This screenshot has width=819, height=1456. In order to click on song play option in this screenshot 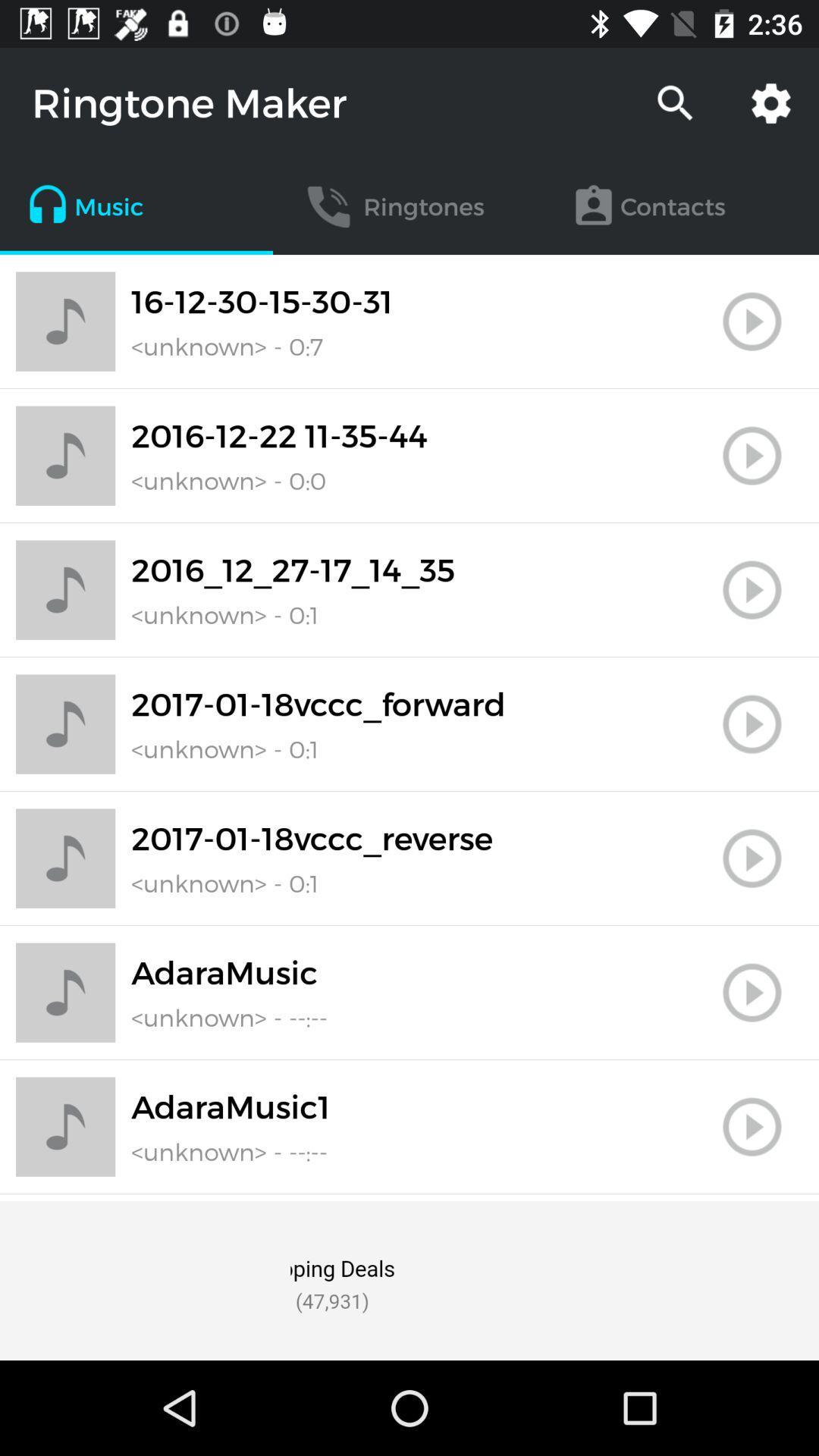, I will do `click(752, 723)`.